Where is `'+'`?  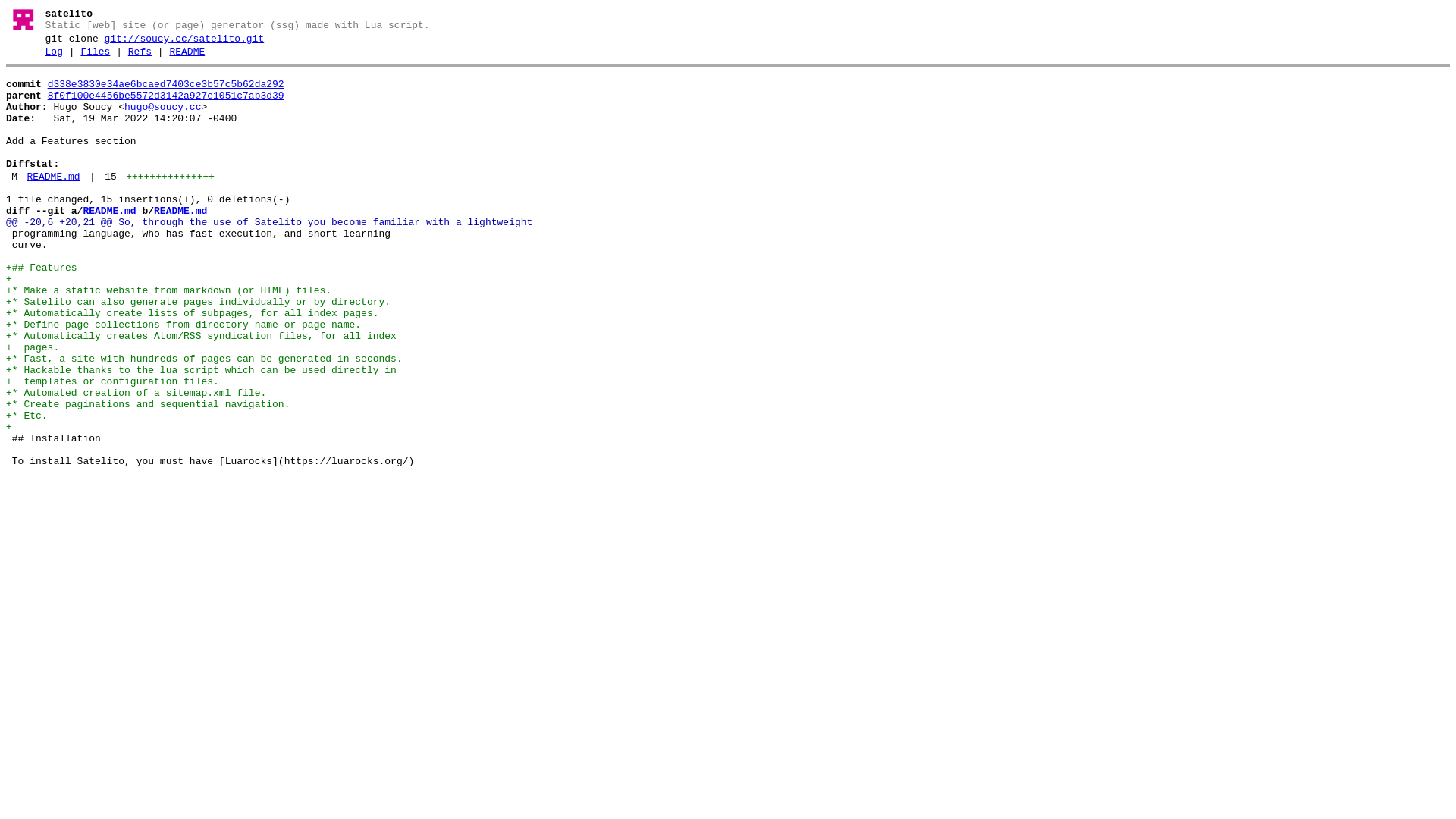 '+' is located at coordinates (9, 278).